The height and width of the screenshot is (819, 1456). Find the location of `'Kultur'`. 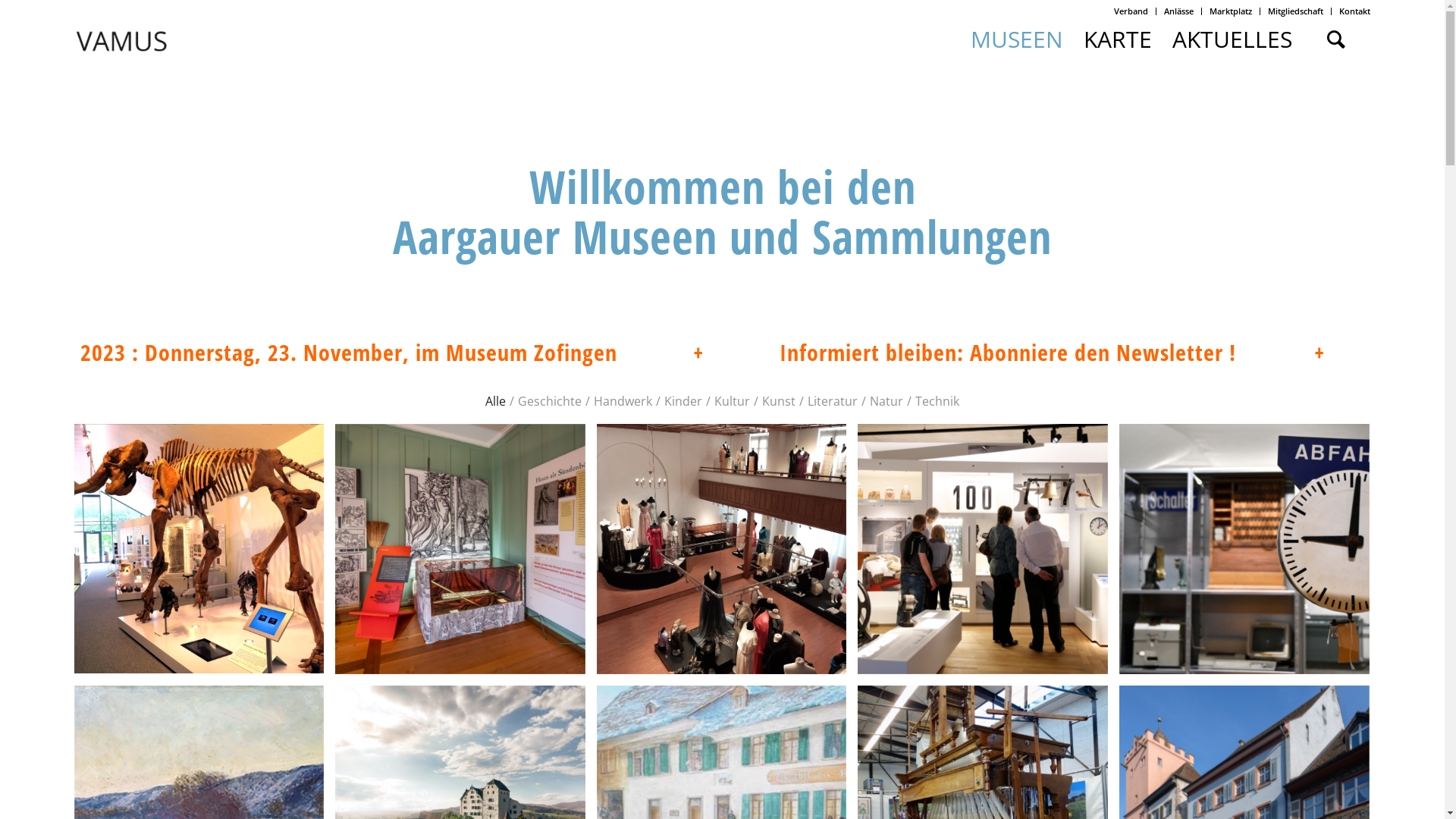

'Kultur' is located at coordinates (732, 381).